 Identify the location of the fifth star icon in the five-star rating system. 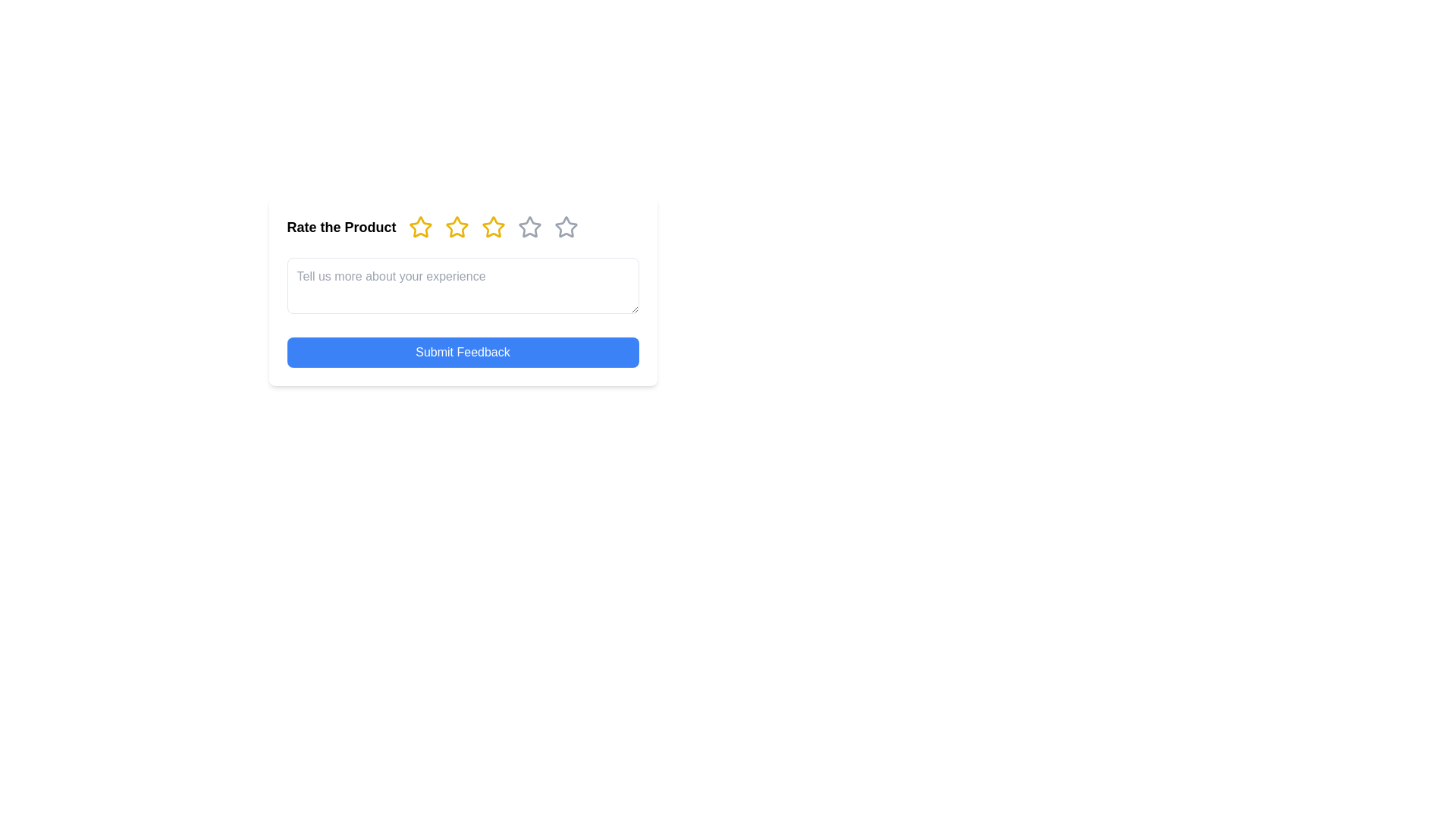
(565, 227).